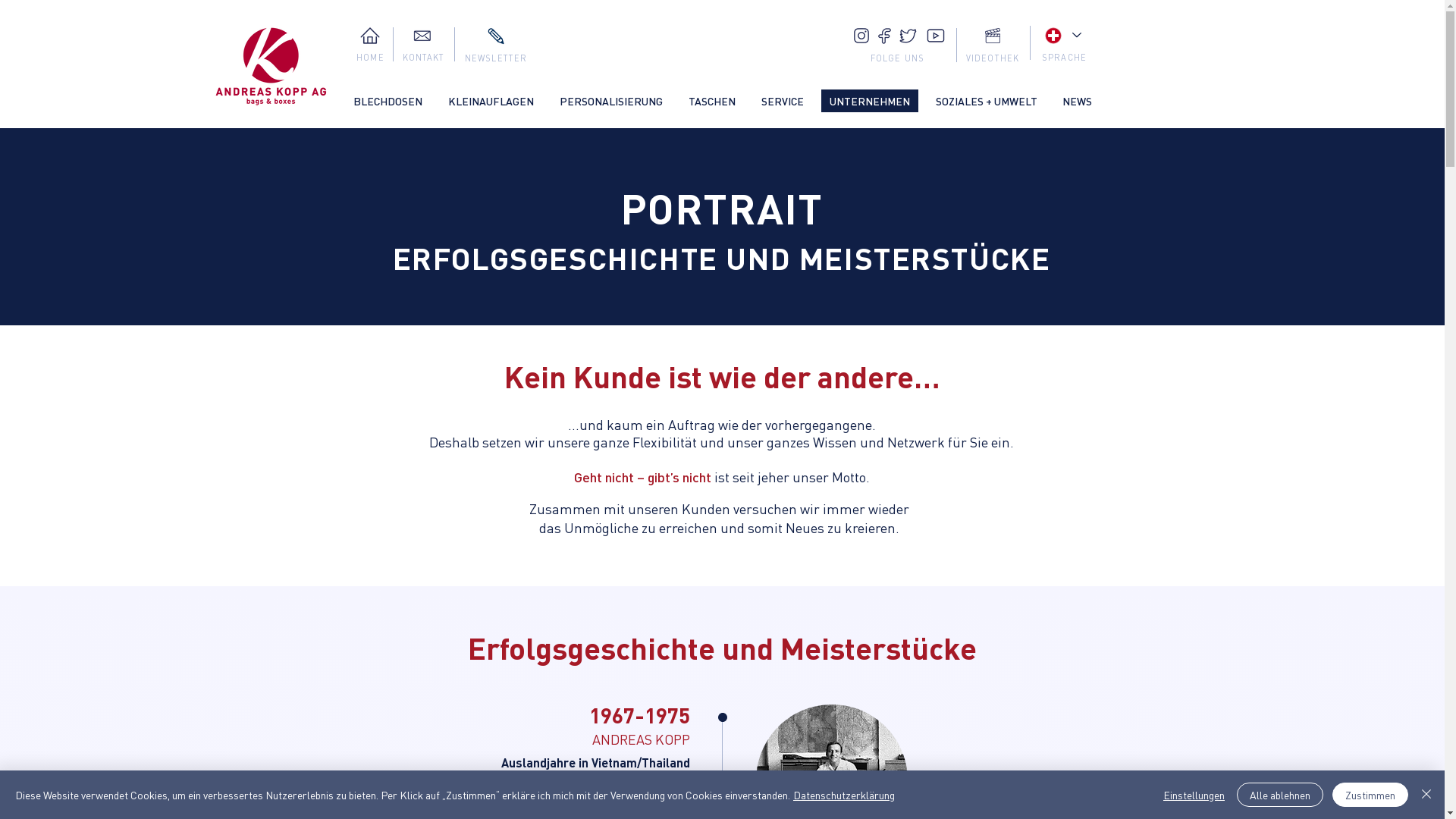 The width and height of the screenshot is (1456, 819). Describe the element at coordinates (271, 66) in the screenshot. I see `'ANDREAS KOPP AG'` at that location.